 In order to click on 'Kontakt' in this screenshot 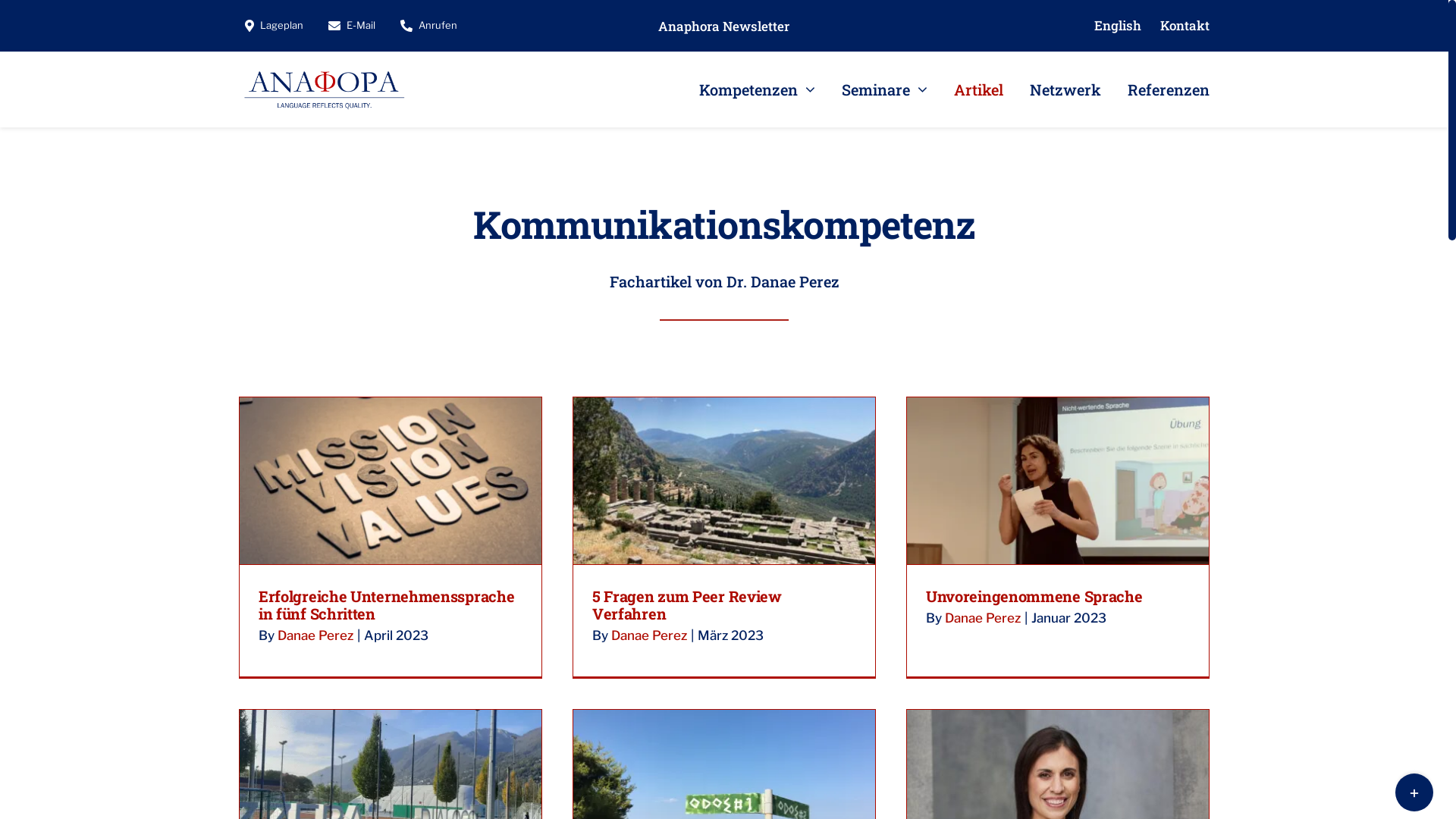, I will do `click(1184, 26)`.